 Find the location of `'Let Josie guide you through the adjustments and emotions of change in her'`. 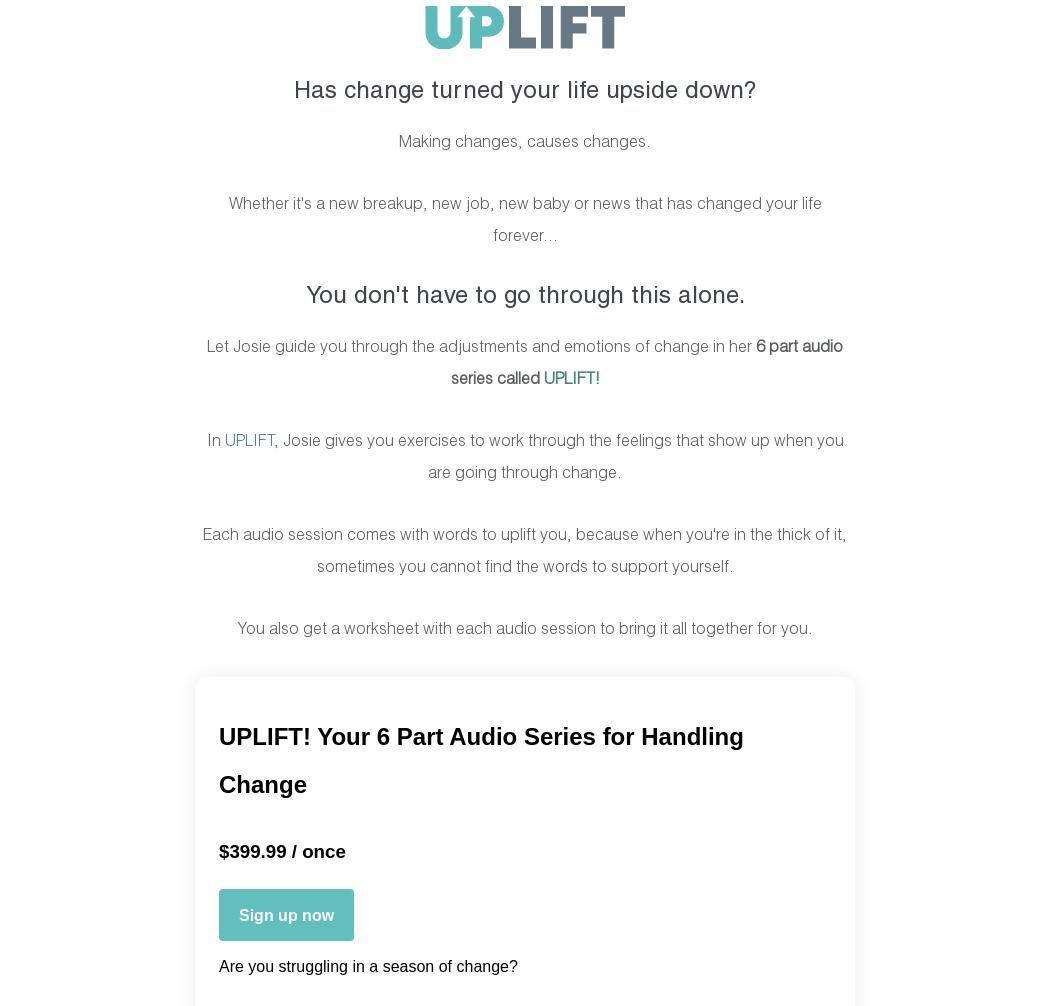

'Let Josie guide you through the adjustments and emotions of change in her' is located at coordinates (481, 346).